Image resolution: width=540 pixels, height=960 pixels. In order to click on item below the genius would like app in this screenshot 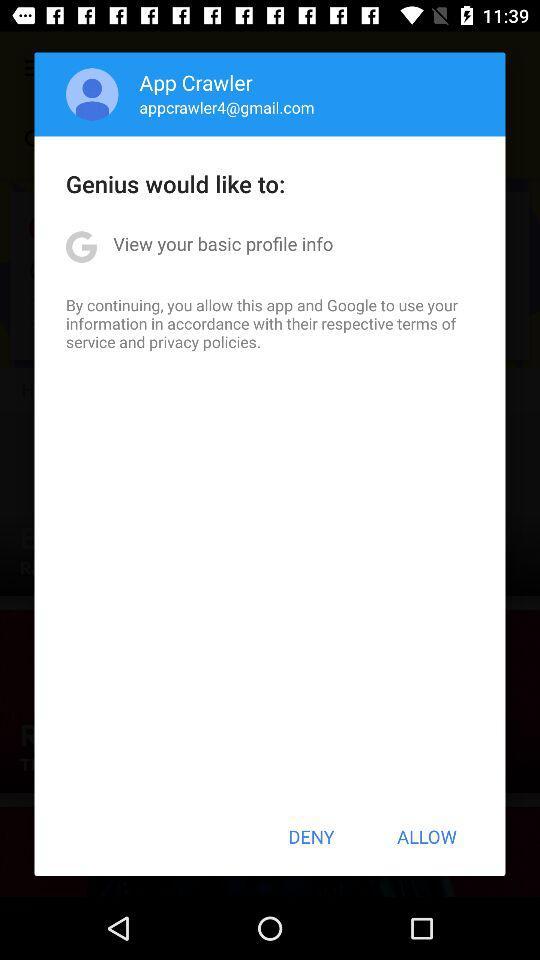, I will do `click(222, 242)`.